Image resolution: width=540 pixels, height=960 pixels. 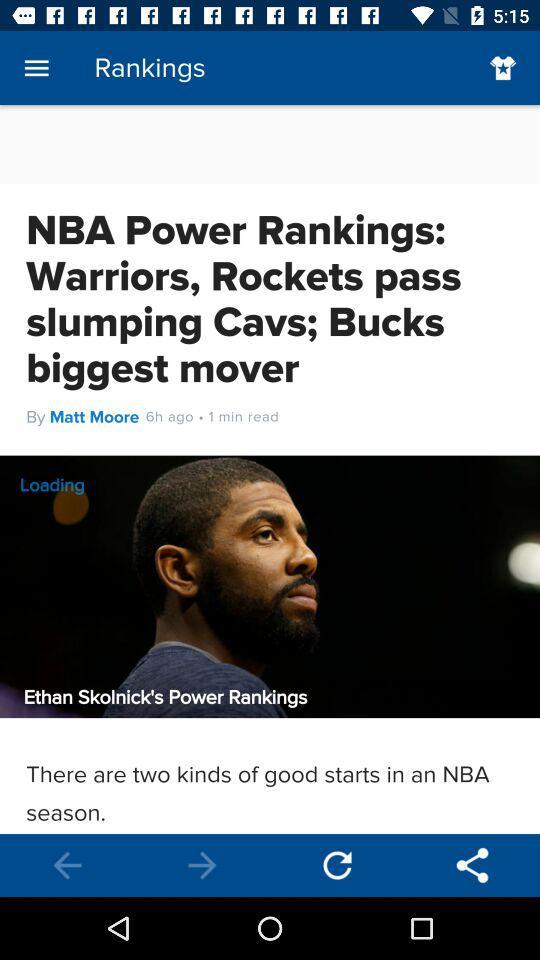 I want to click on share button, so click(x=472, y=864).